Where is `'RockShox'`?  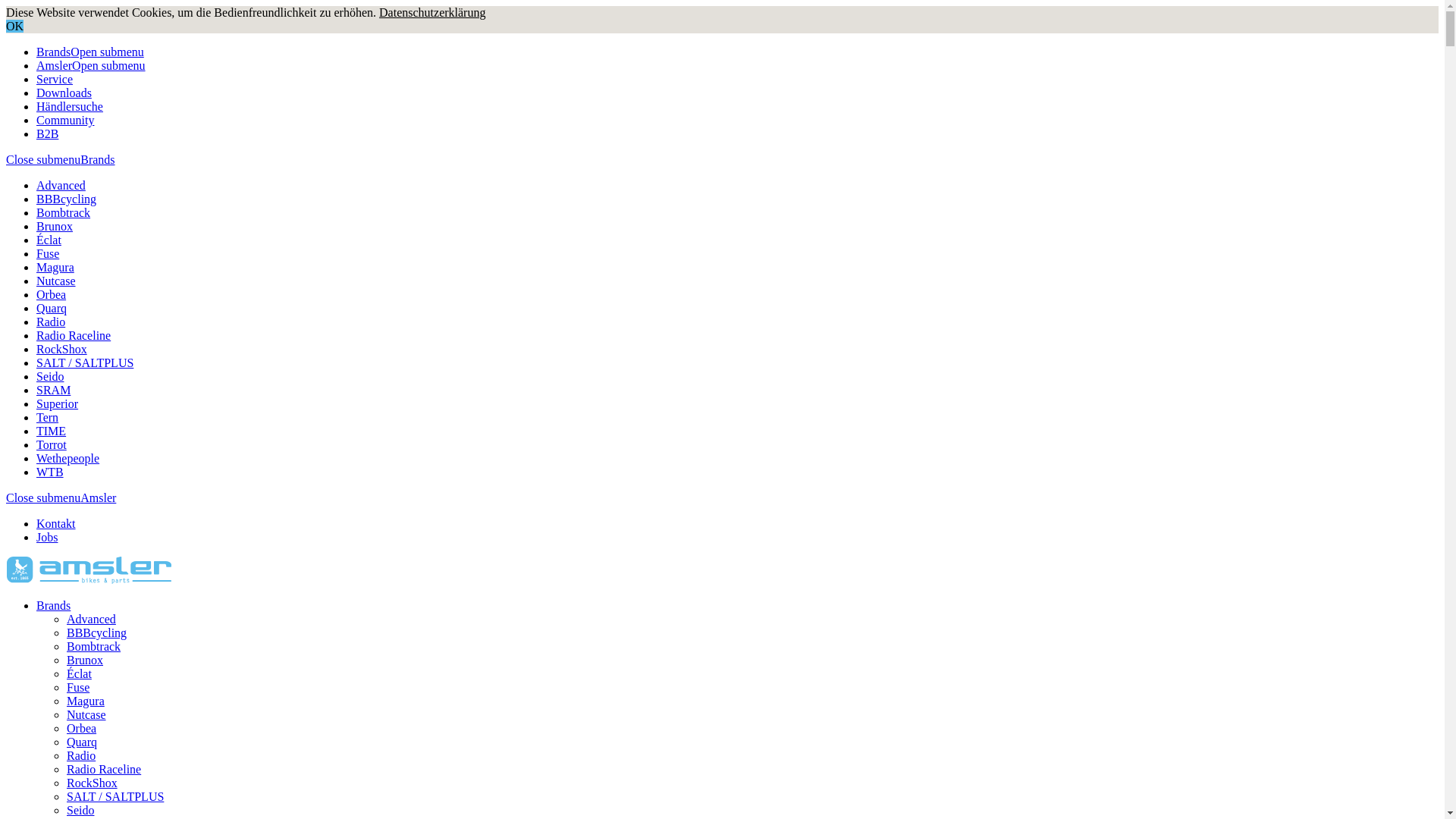
'RockShox' is located at coordinates (91, 783).